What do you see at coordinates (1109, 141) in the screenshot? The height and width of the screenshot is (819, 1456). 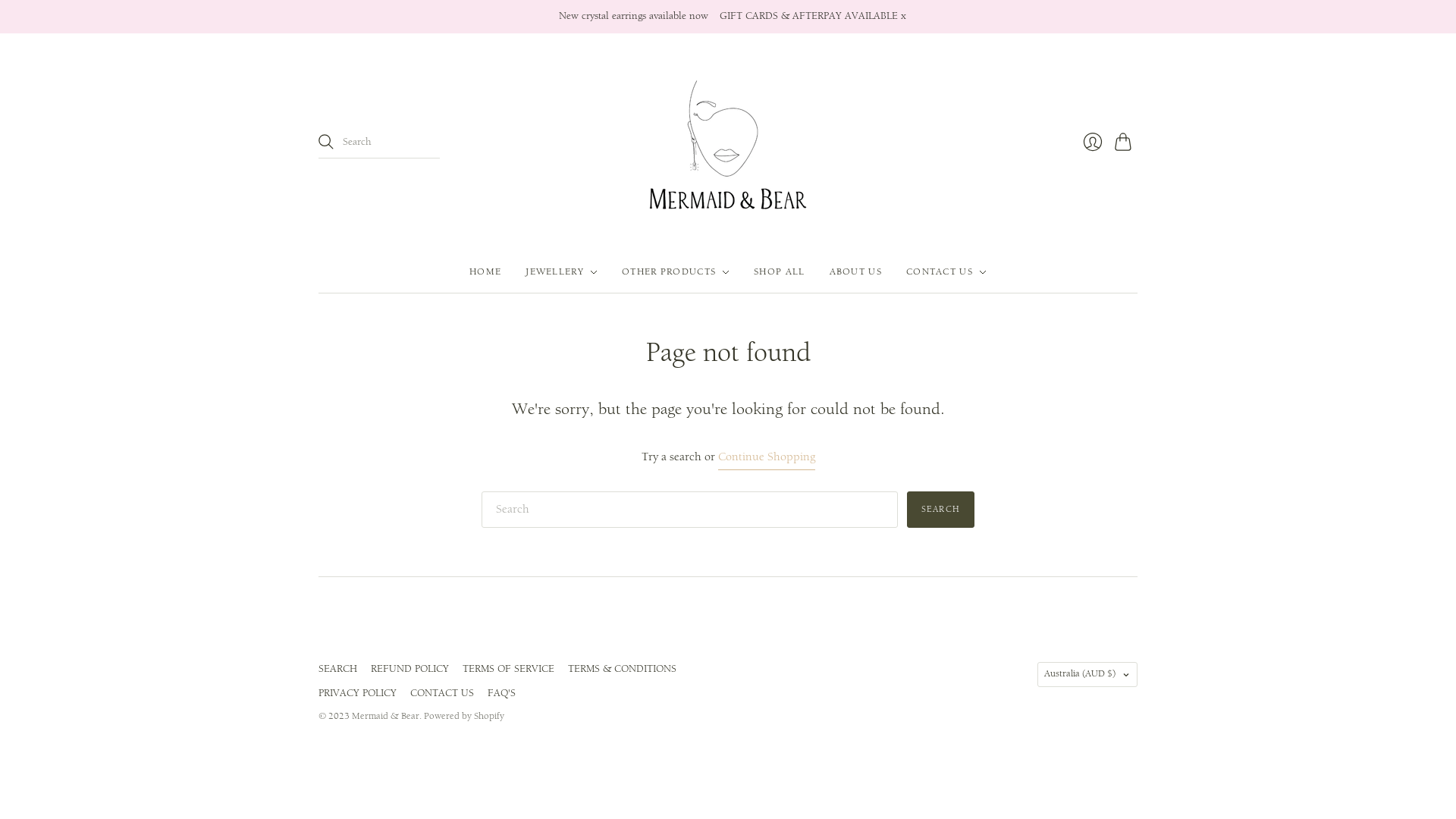 I see `'Cart'` at bounding box center [1109, 141].